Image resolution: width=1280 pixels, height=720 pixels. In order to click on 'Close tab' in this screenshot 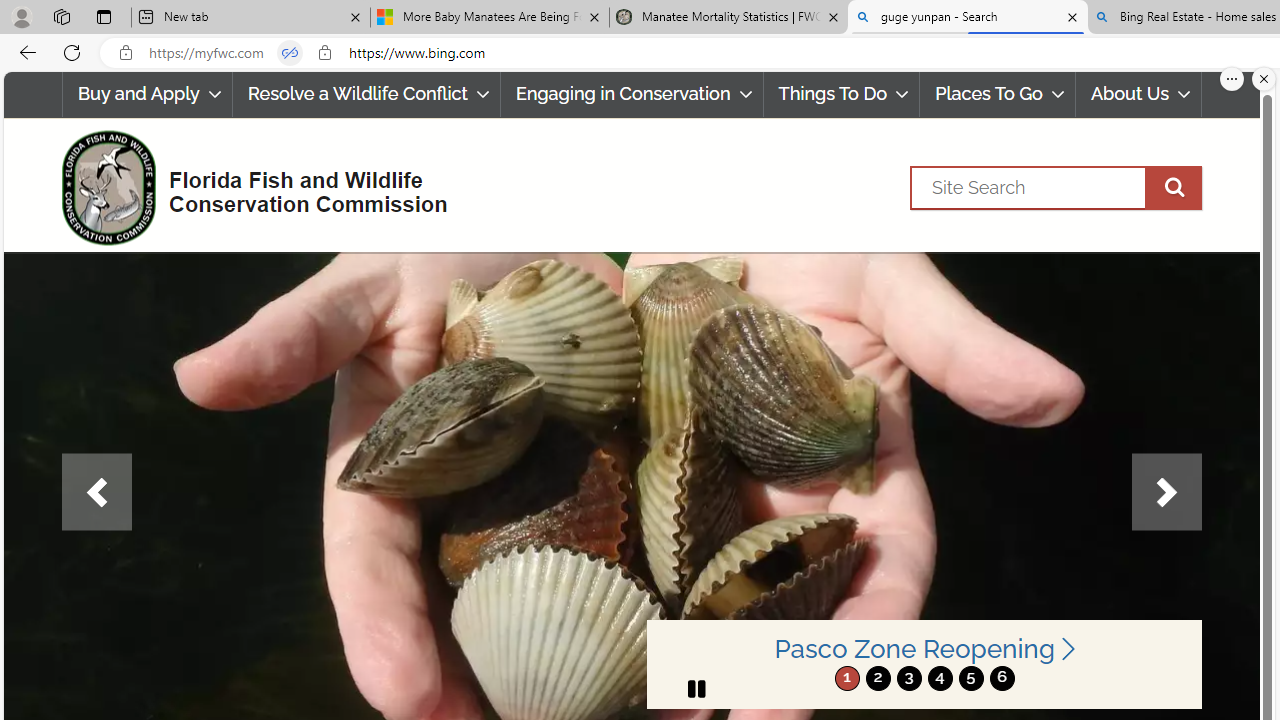, I will do `click(1071, 17)`.